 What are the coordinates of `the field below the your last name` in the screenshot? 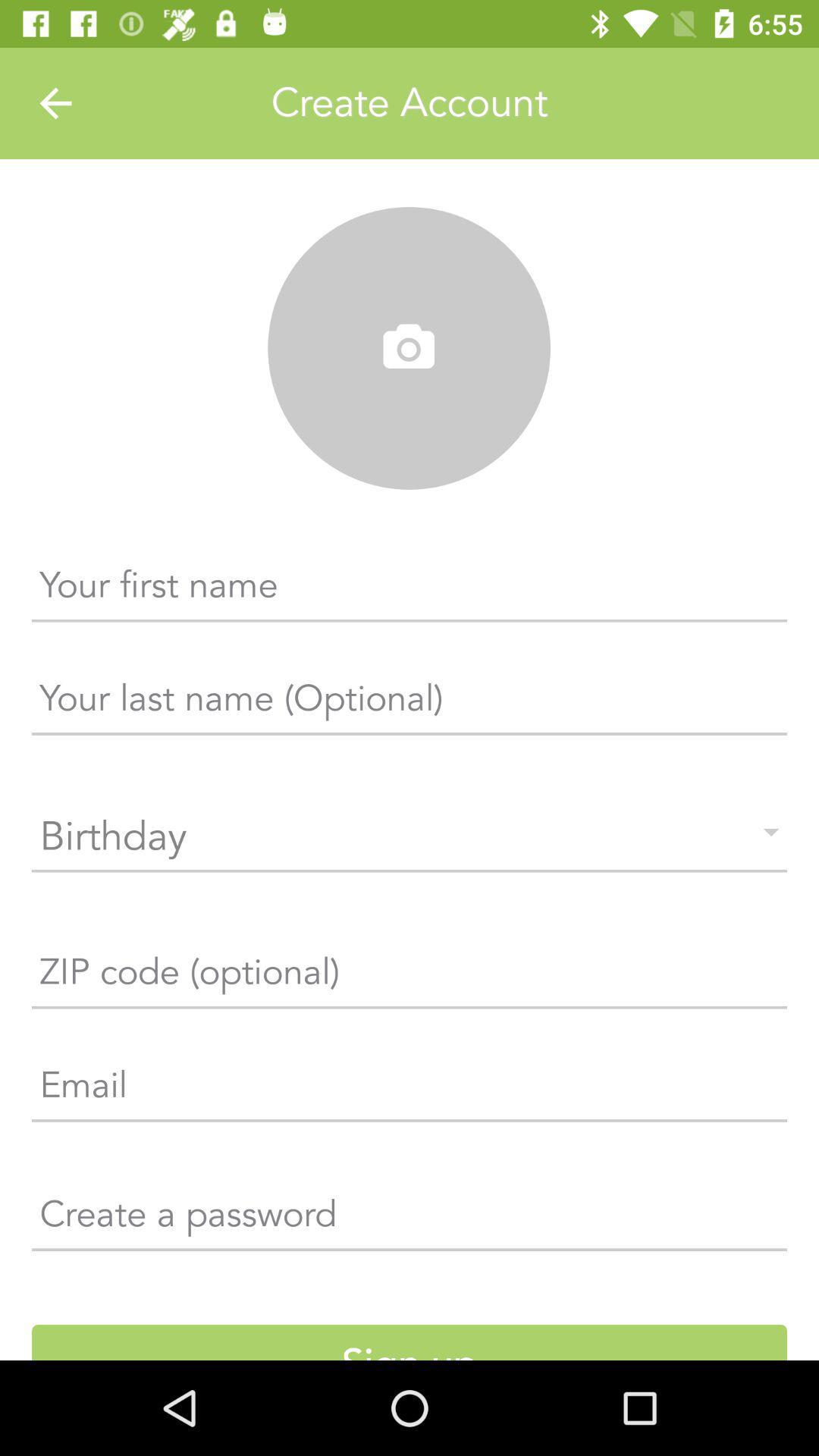 It's located at (409, 836).